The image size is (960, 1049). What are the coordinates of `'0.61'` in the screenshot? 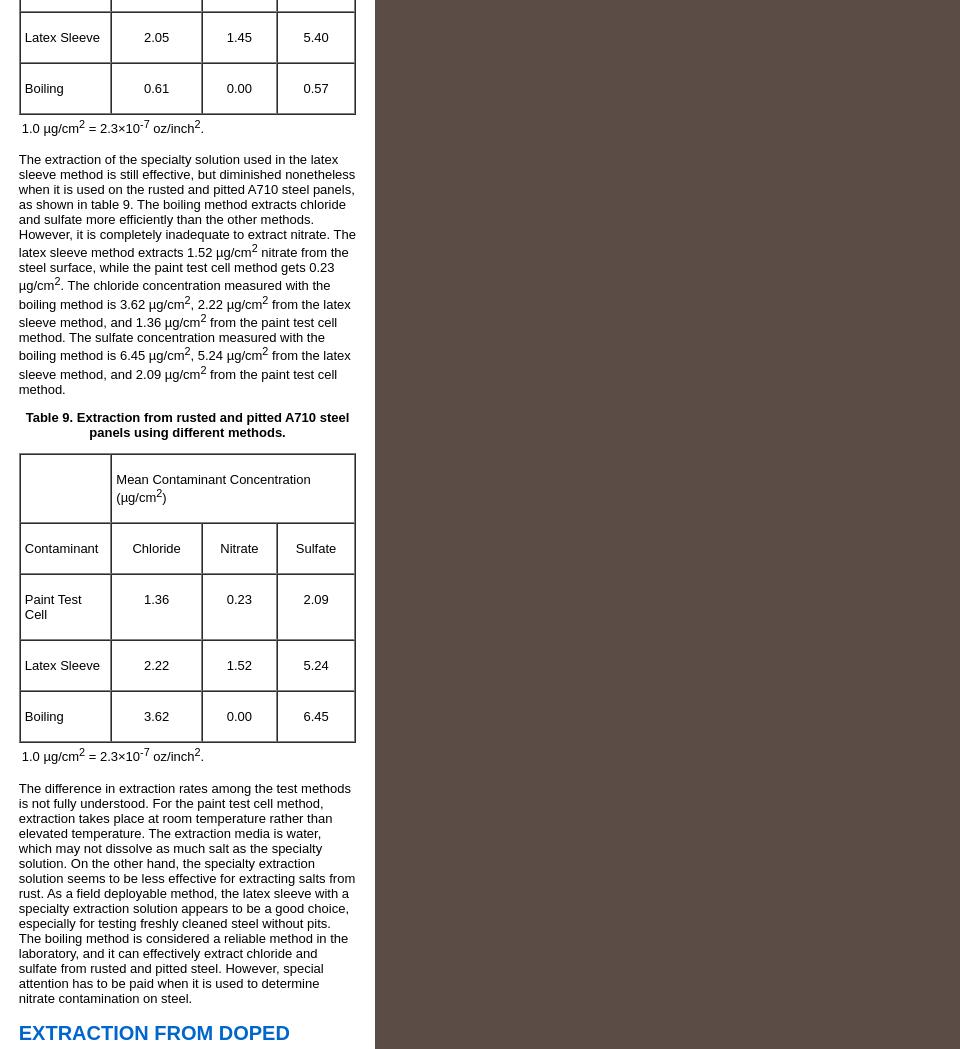 It's located at (142, 86).